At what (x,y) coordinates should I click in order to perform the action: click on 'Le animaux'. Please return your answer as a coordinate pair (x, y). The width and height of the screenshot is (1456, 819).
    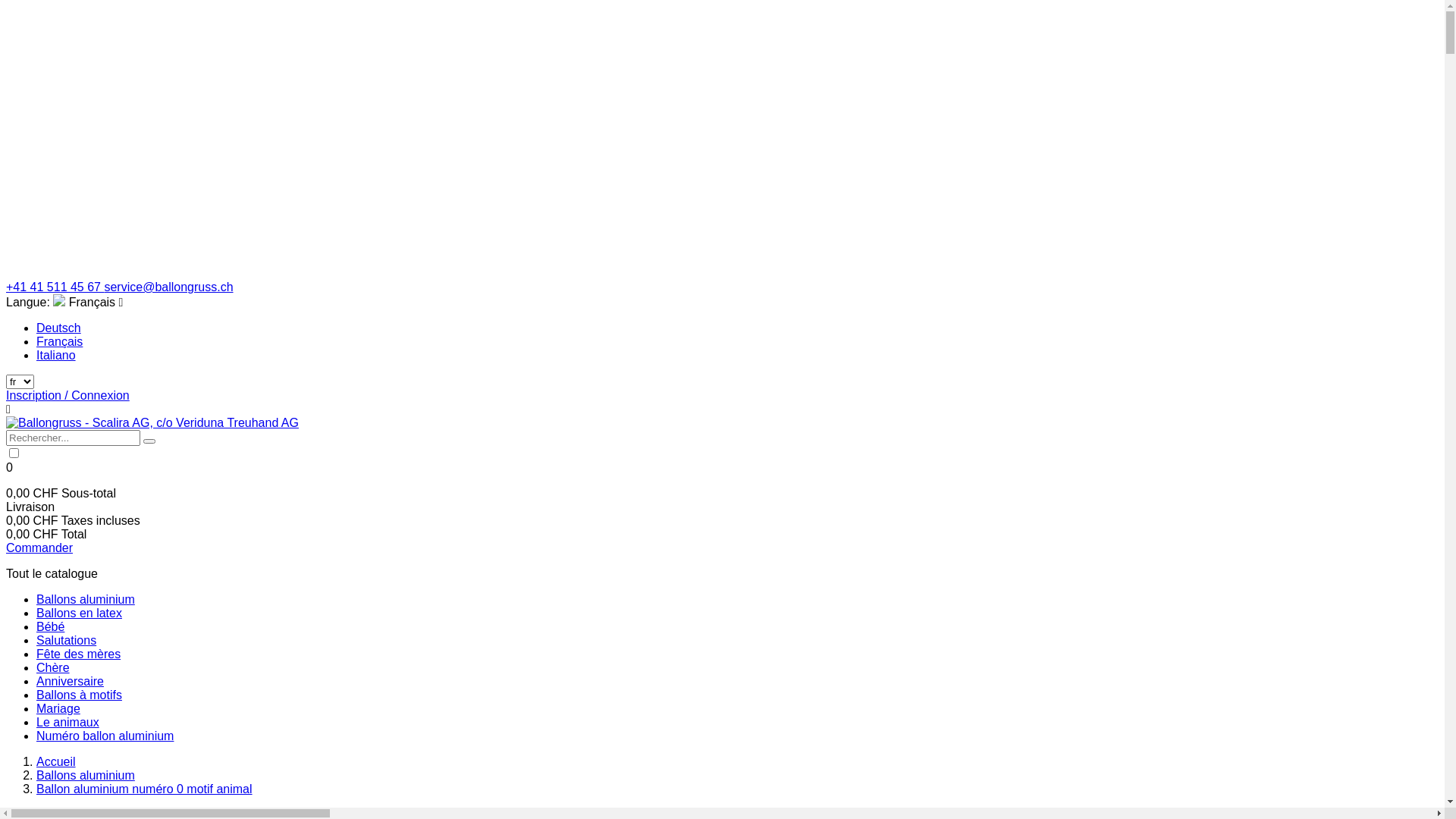
    Looking at the image, I should click on (67, 721).